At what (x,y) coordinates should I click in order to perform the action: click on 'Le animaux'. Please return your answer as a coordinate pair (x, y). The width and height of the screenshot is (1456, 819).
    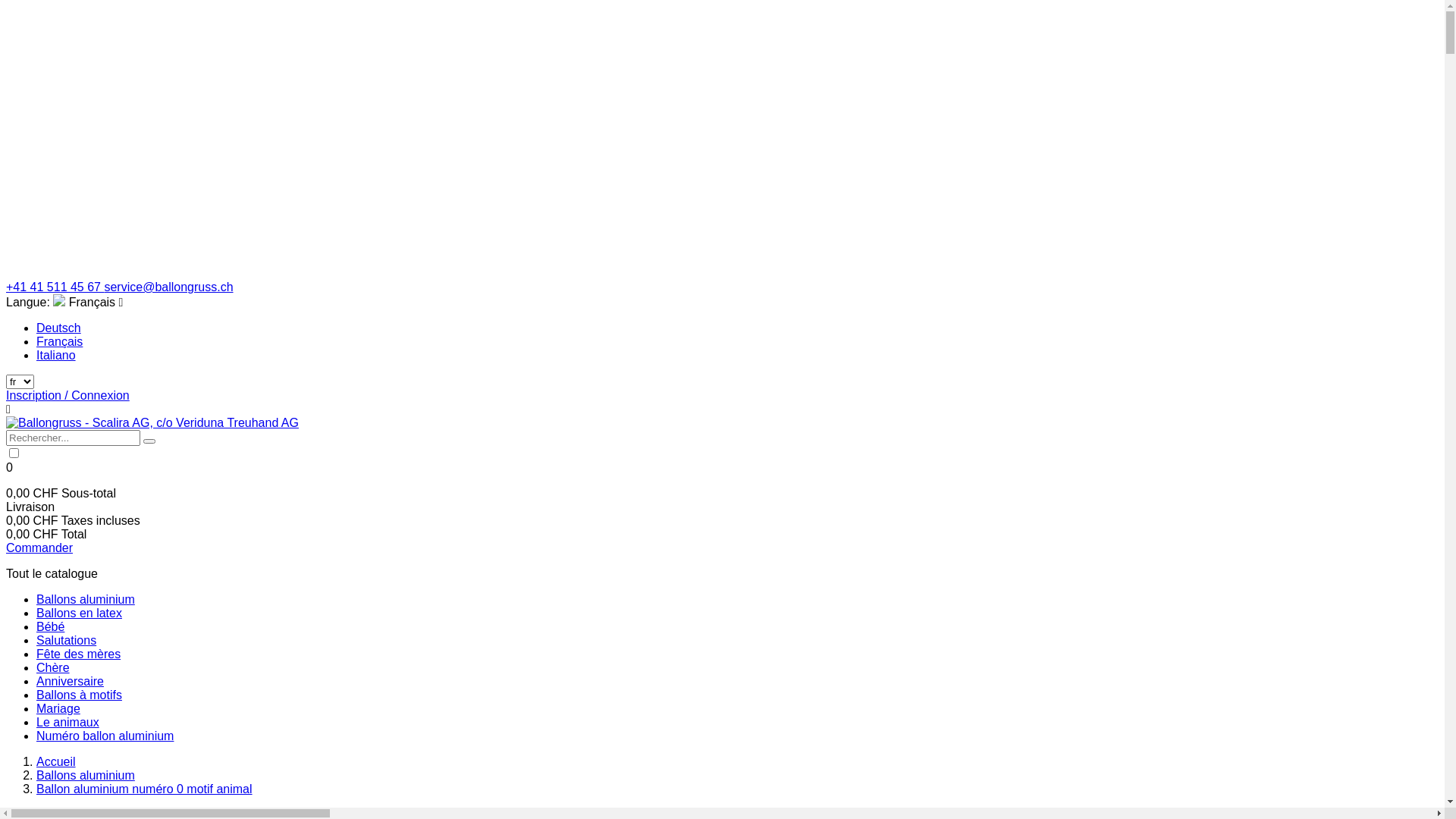
    Looking at the image, I should click on (67, 721).